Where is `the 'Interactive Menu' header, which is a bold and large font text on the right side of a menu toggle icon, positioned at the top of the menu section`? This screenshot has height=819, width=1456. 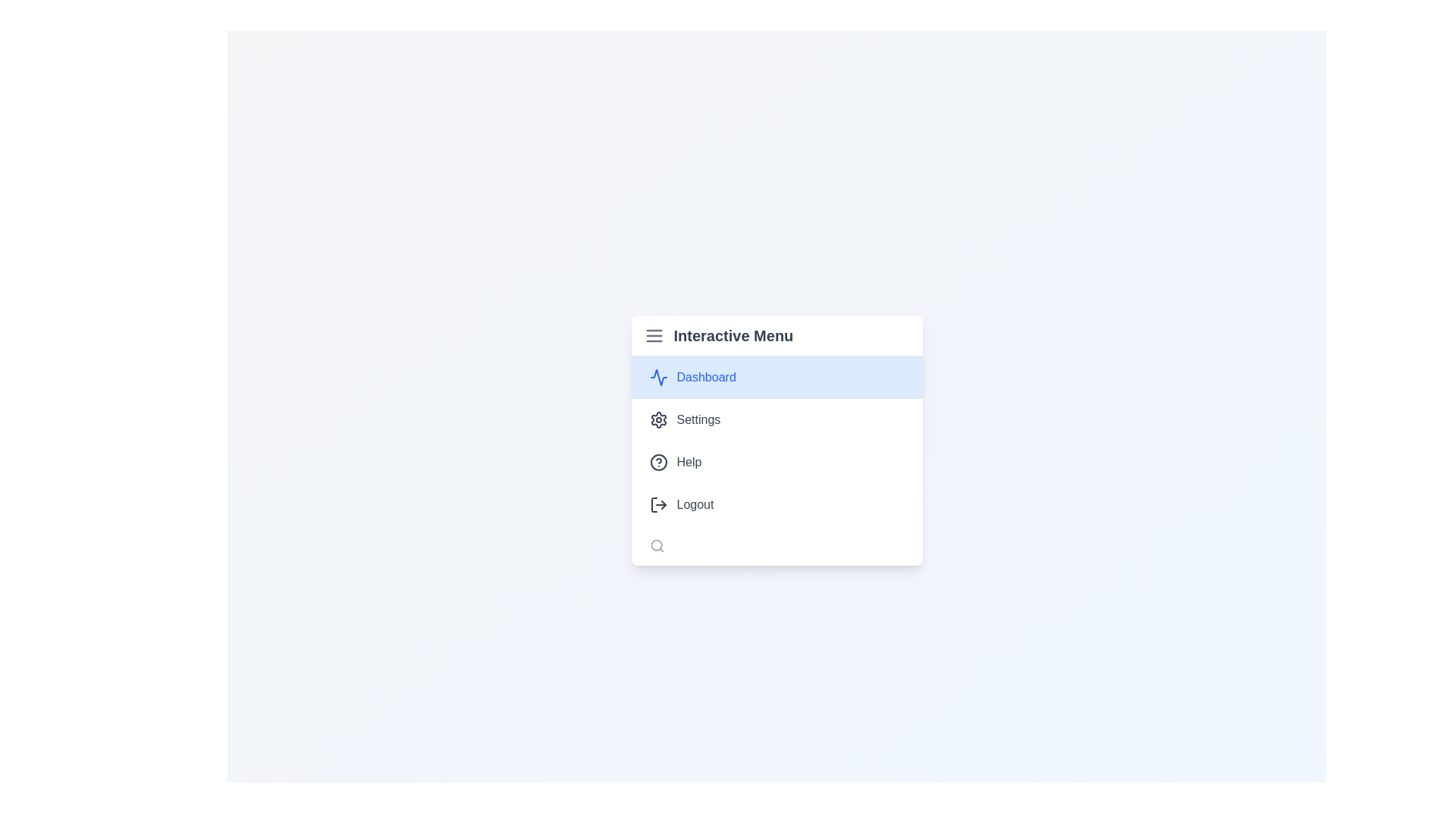 the 'Interactive Menu' header, which is a bold and large font text on the right side of a menu toggle icon, positioned at the top of the menu section is located at coordinates (777, 335).